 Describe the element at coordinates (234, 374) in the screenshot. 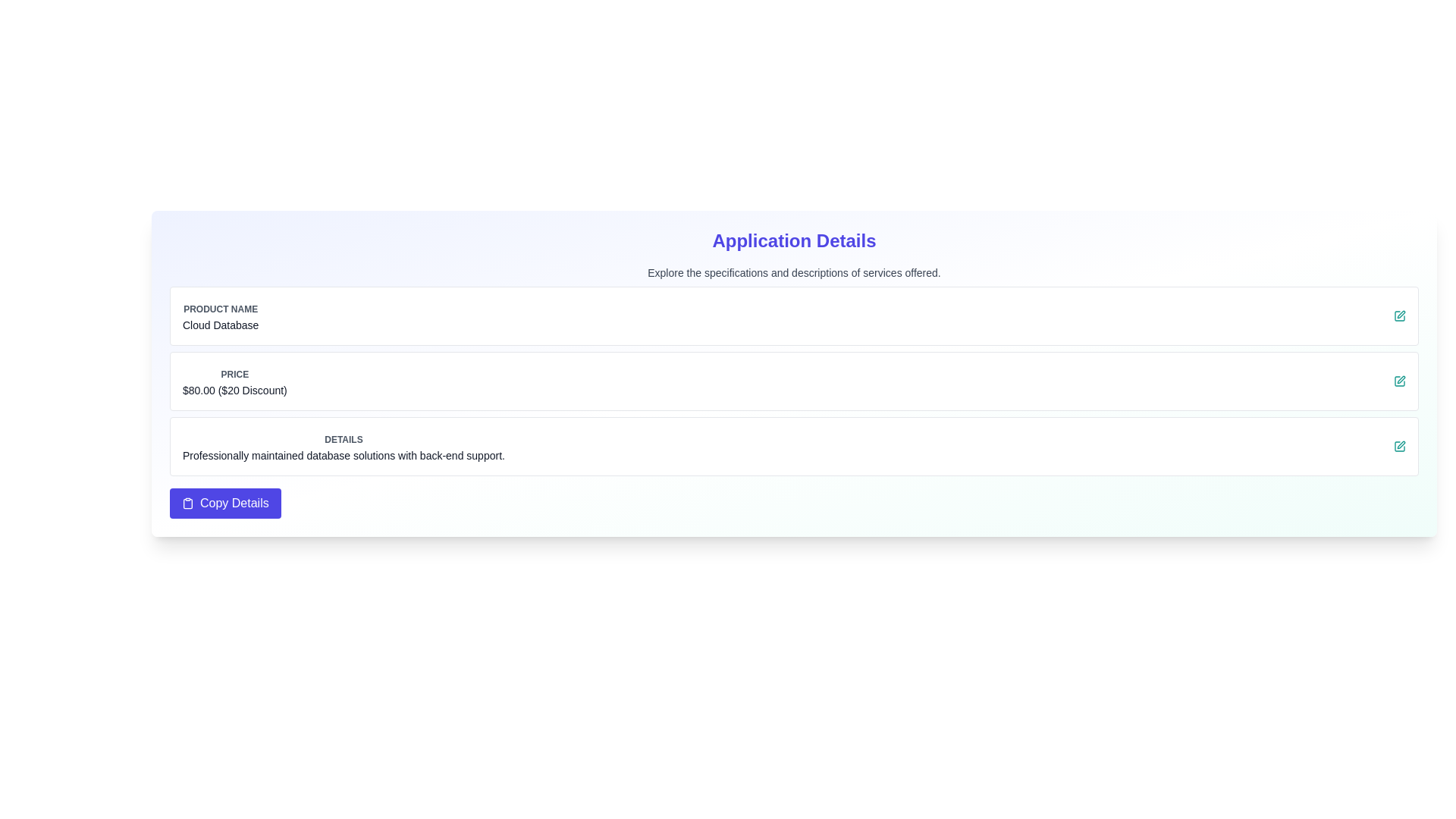

I see `the text label that identifies the subsequent data as price-related information, located in the middle portion of the interface, above the pricing details` at that location.